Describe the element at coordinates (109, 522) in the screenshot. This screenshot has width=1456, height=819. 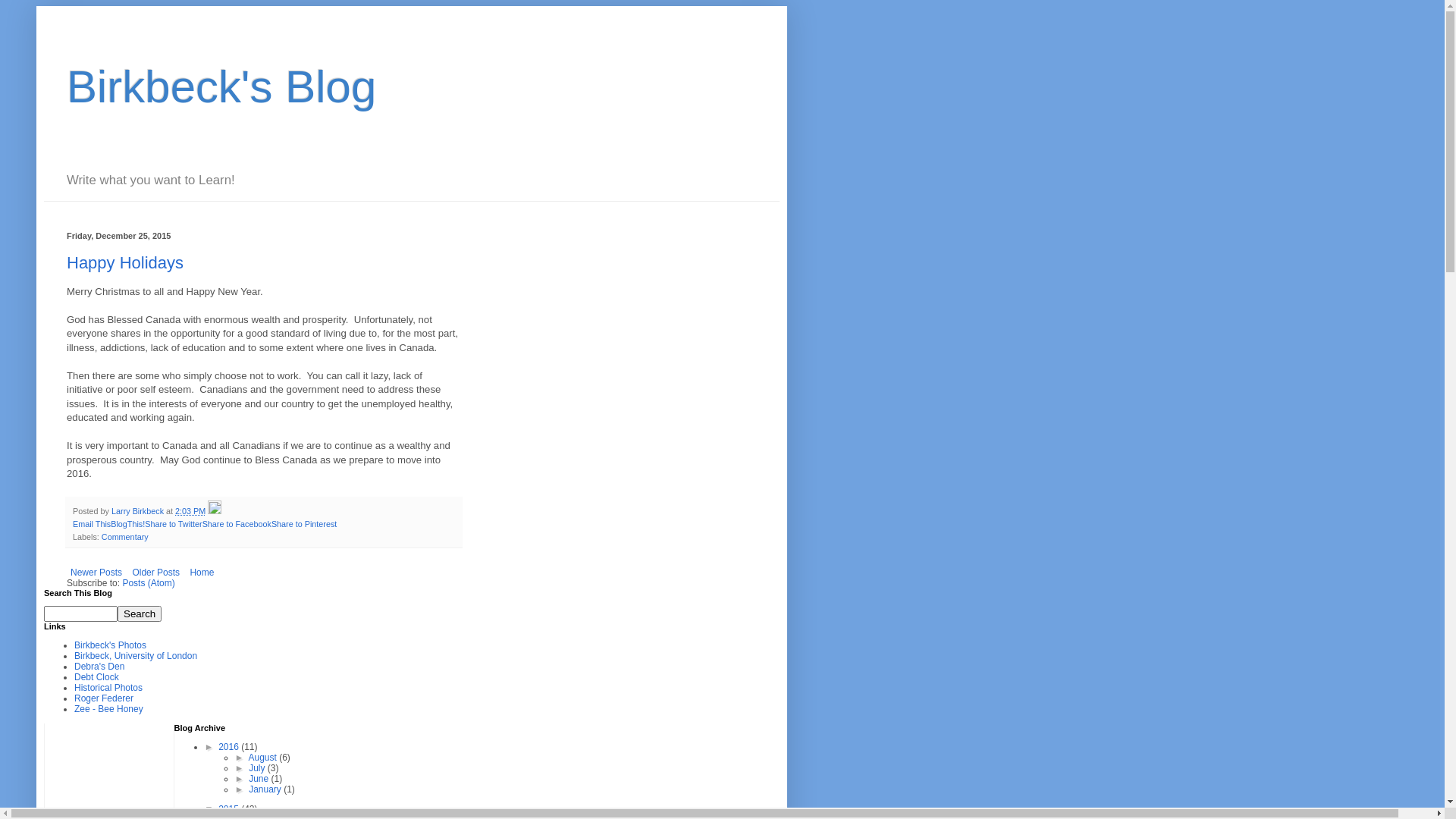
I see `'BlogThis!'` at that location.